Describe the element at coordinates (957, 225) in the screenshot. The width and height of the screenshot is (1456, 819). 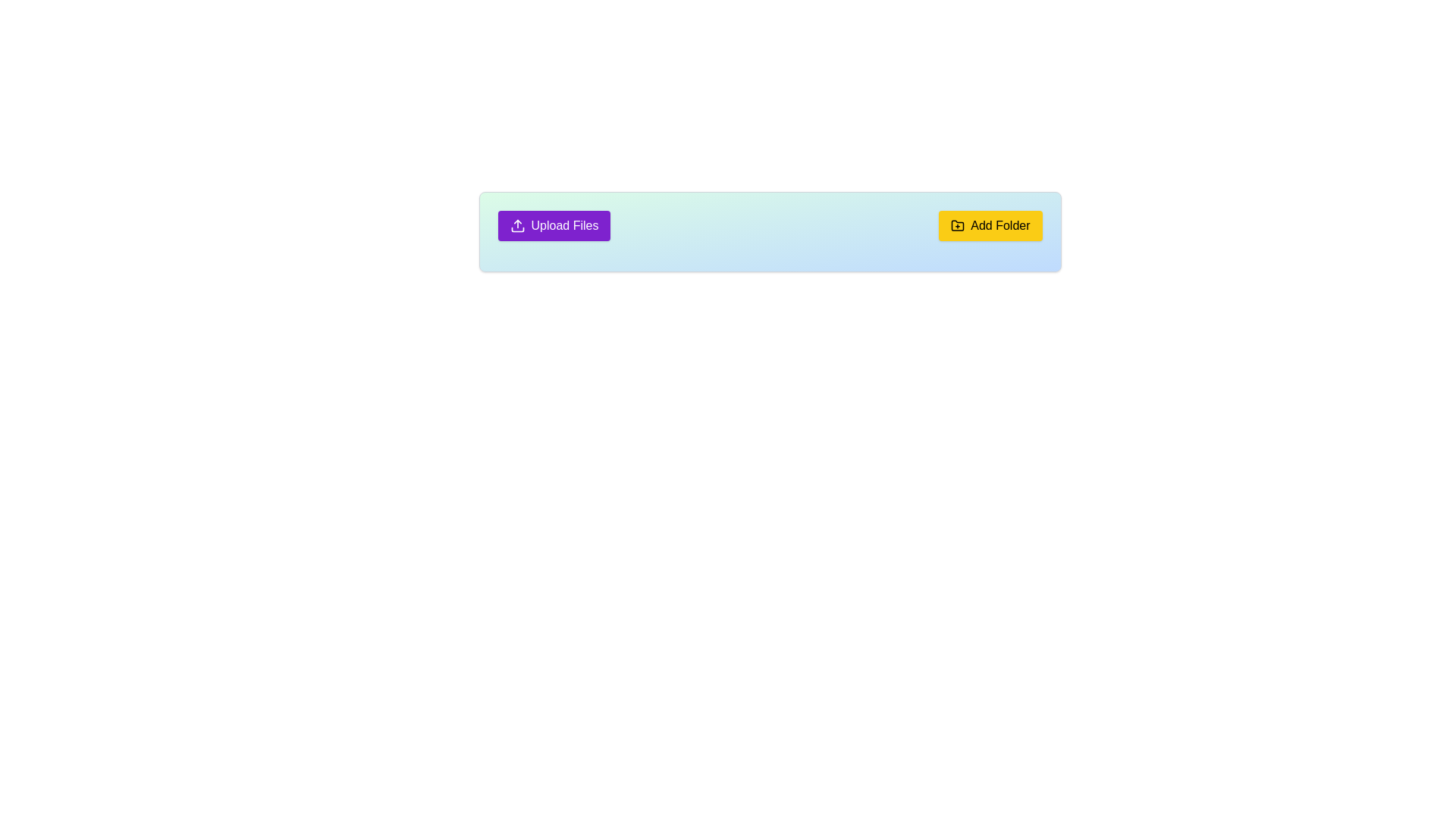
I see `the folder icon within the 'Add Folder' button` at that location.